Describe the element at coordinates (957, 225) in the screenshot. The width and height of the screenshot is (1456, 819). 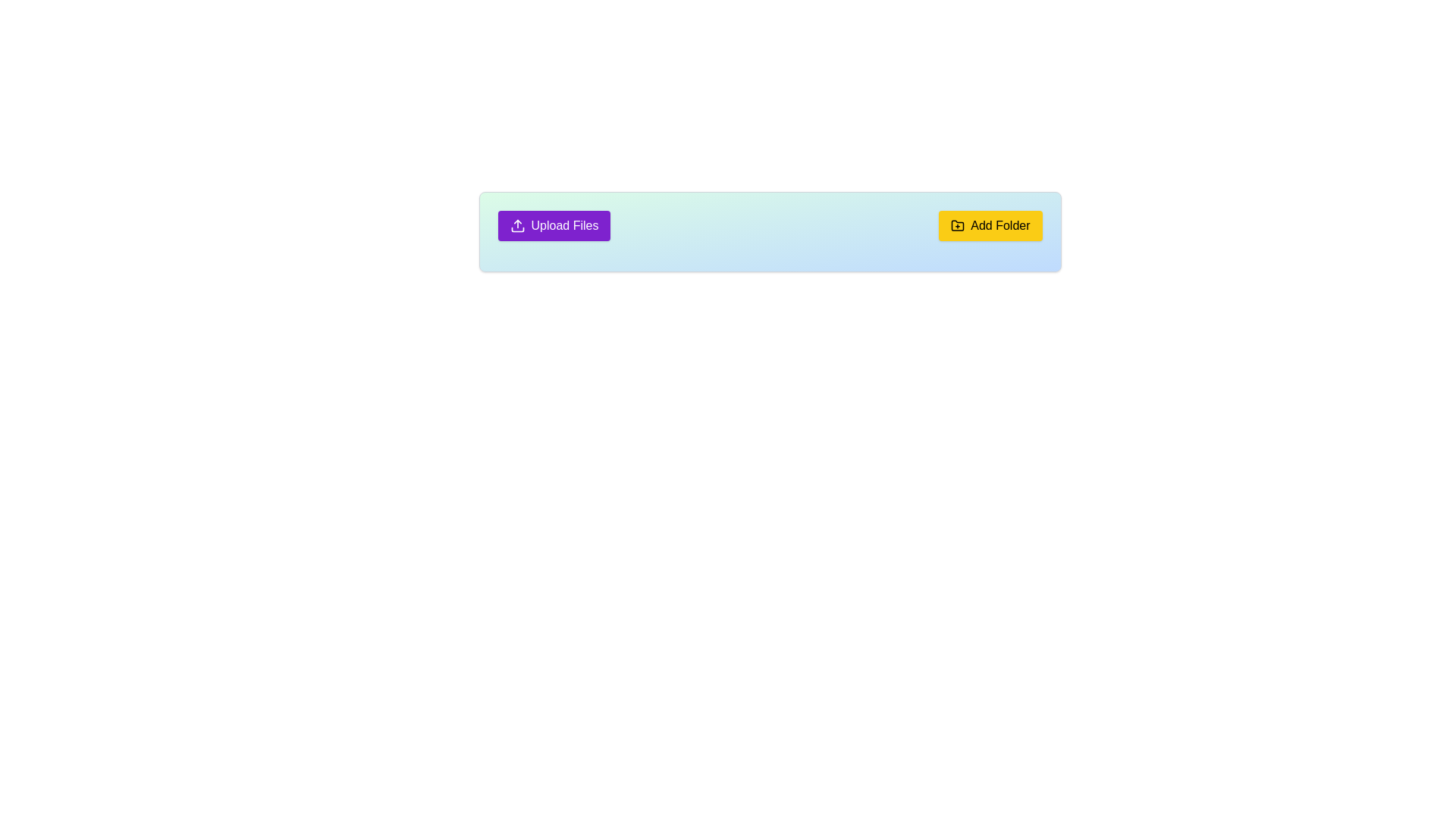
I see `the folder icon within the 'Add Folder' button` at that location.